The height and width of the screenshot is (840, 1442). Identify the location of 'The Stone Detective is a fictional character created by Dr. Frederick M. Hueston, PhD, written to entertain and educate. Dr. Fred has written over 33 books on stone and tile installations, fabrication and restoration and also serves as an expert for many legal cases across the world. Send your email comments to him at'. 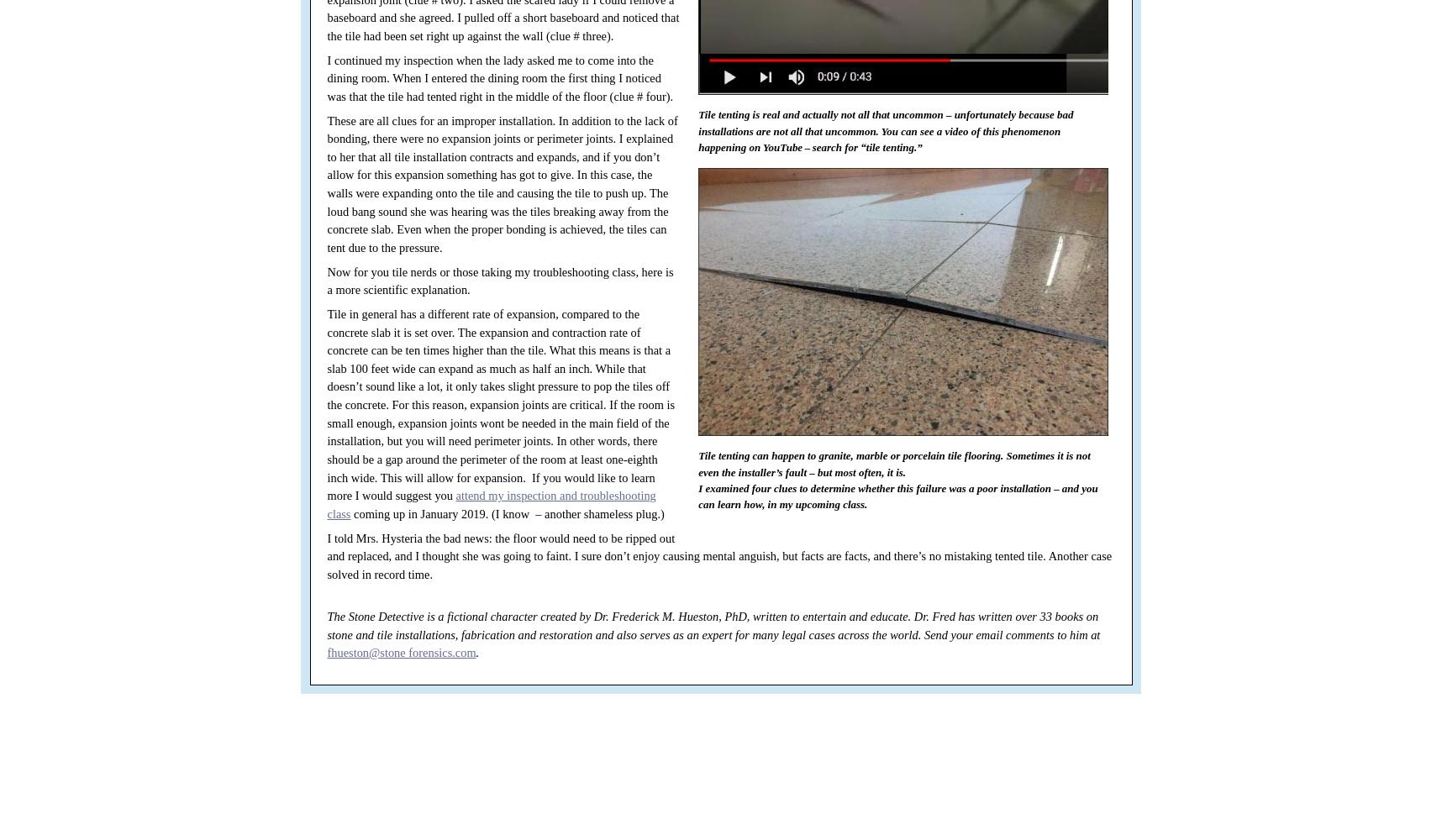
(713, 624).